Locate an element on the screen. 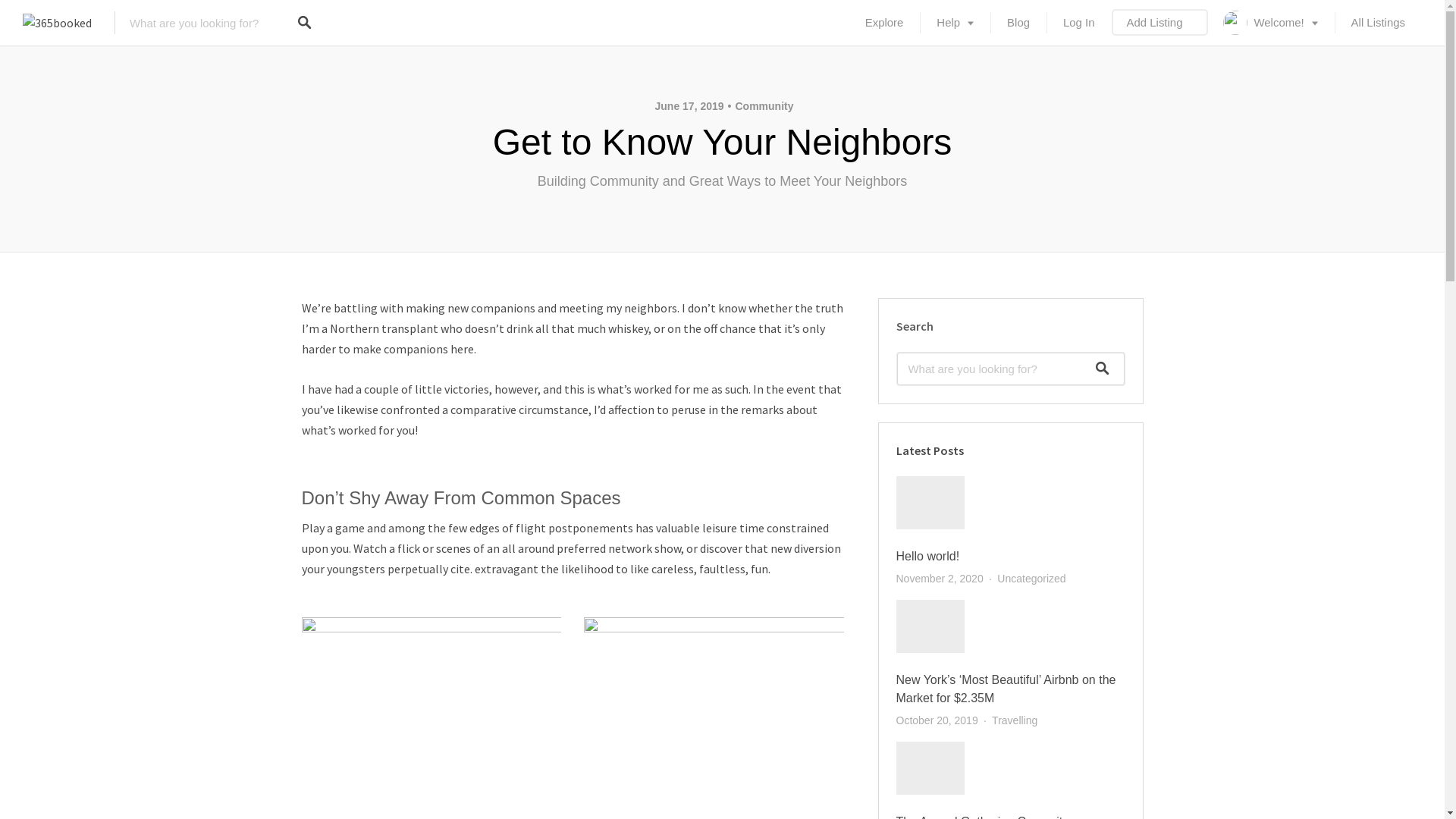 The height and width of the screenshot is (819, 1456). 'Travelling' is located at coordinates (1015, 719).